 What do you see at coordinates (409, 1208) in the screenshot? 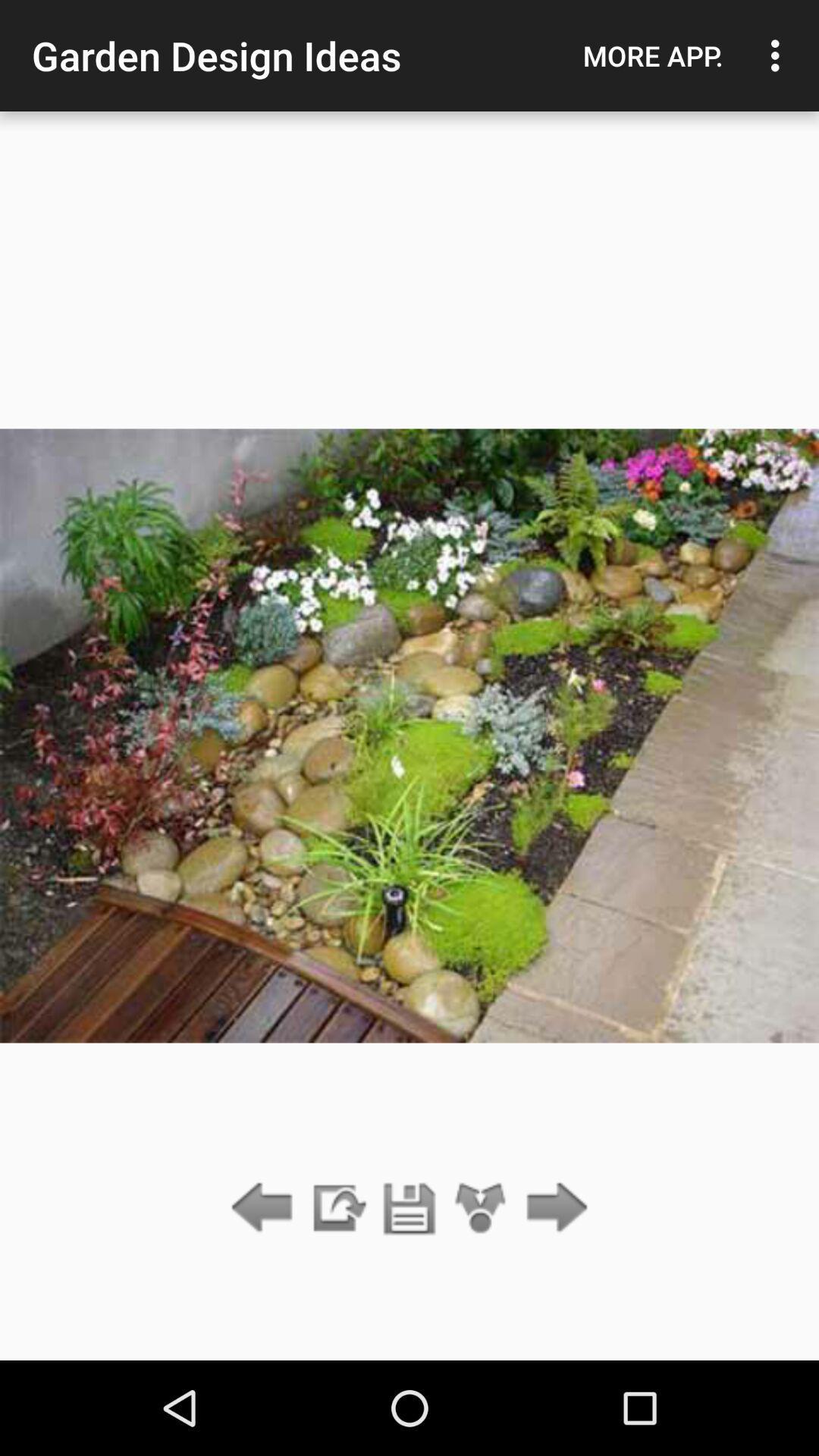
I see `the image` at bounding box center [409, 1208].